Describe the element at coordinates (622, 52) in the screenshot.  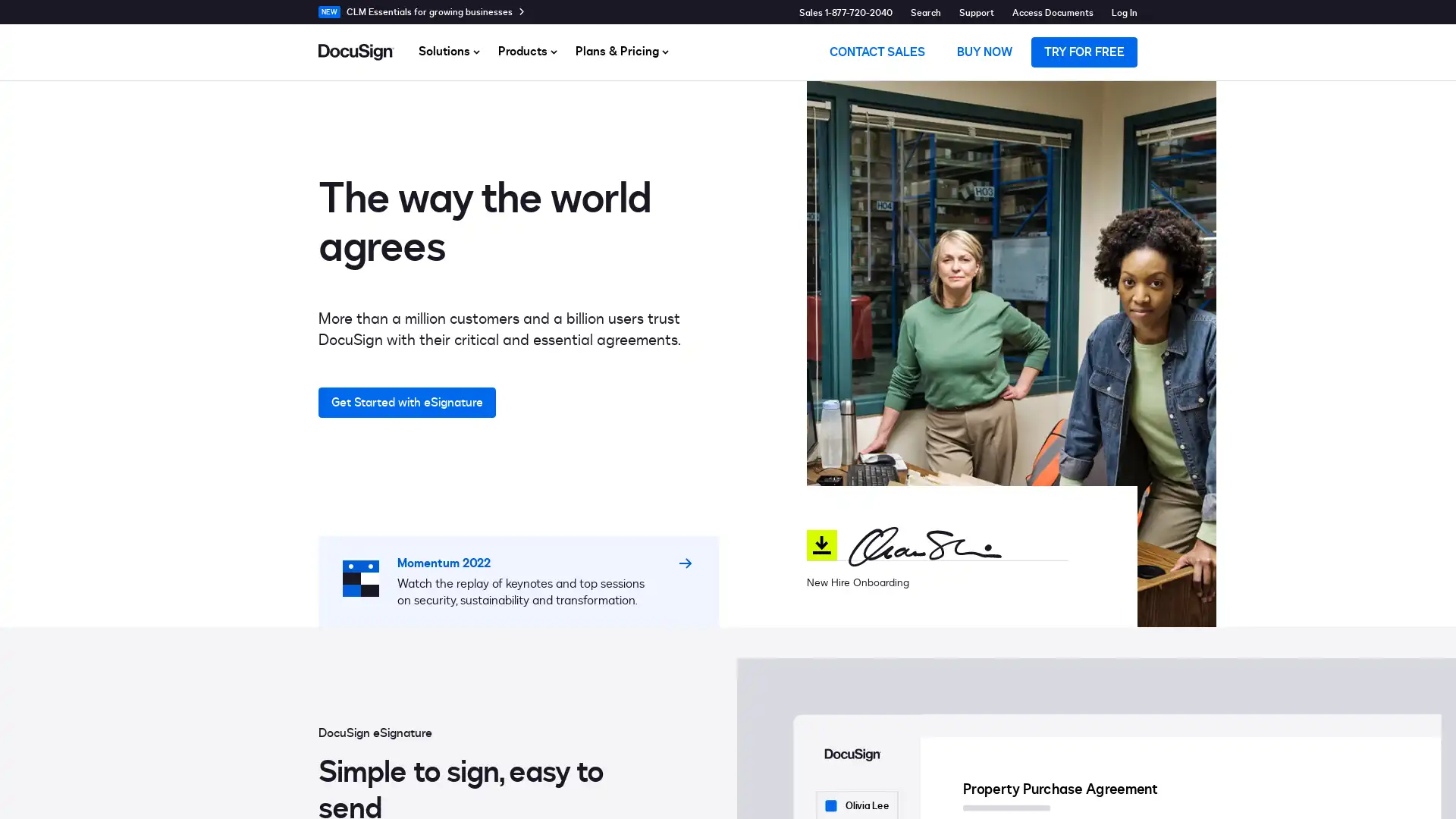
I see `Plans & Pricing` at that location.